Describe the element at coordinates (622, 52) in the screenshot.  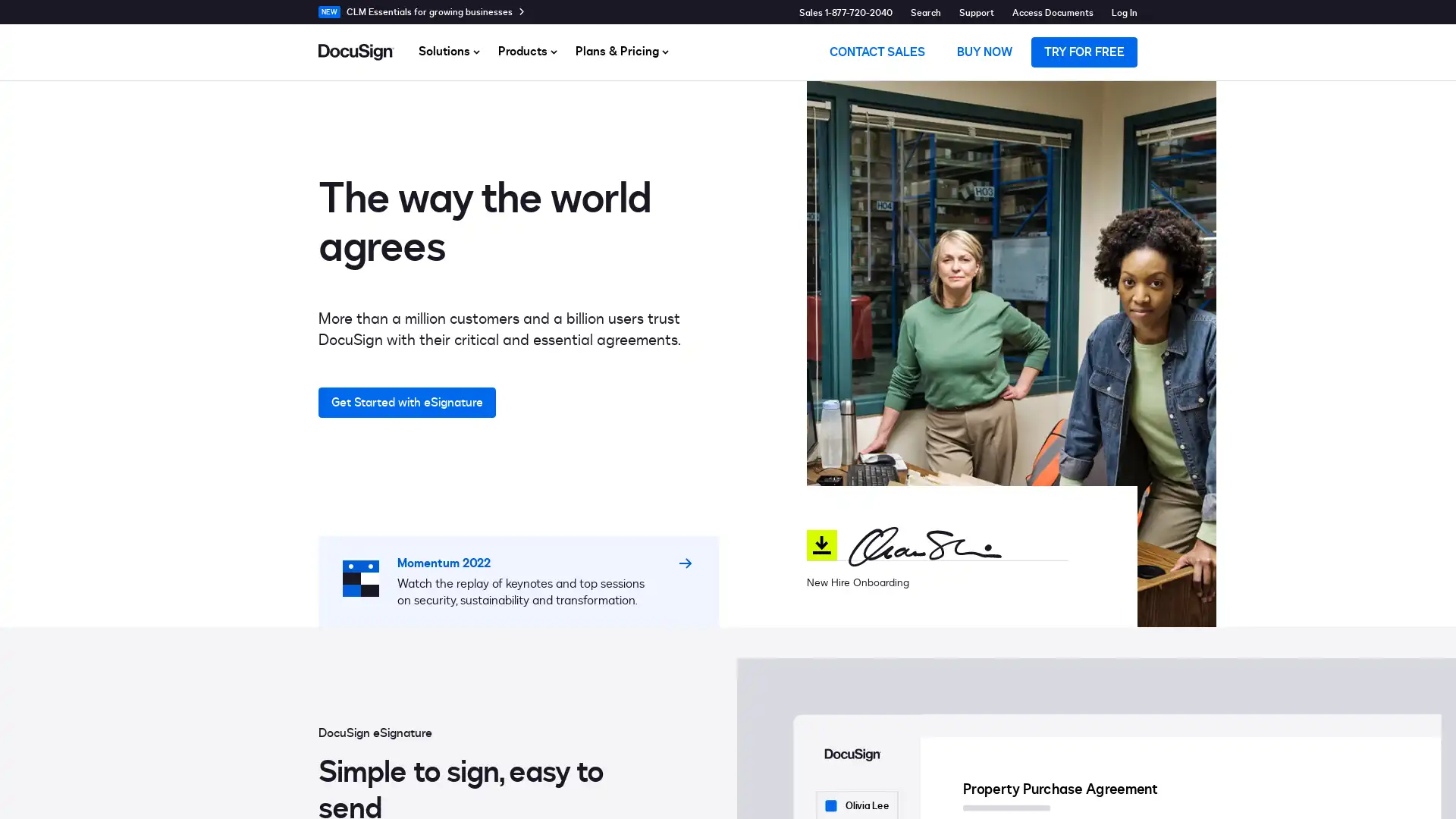
I see `Plans & Pricing` at that location.